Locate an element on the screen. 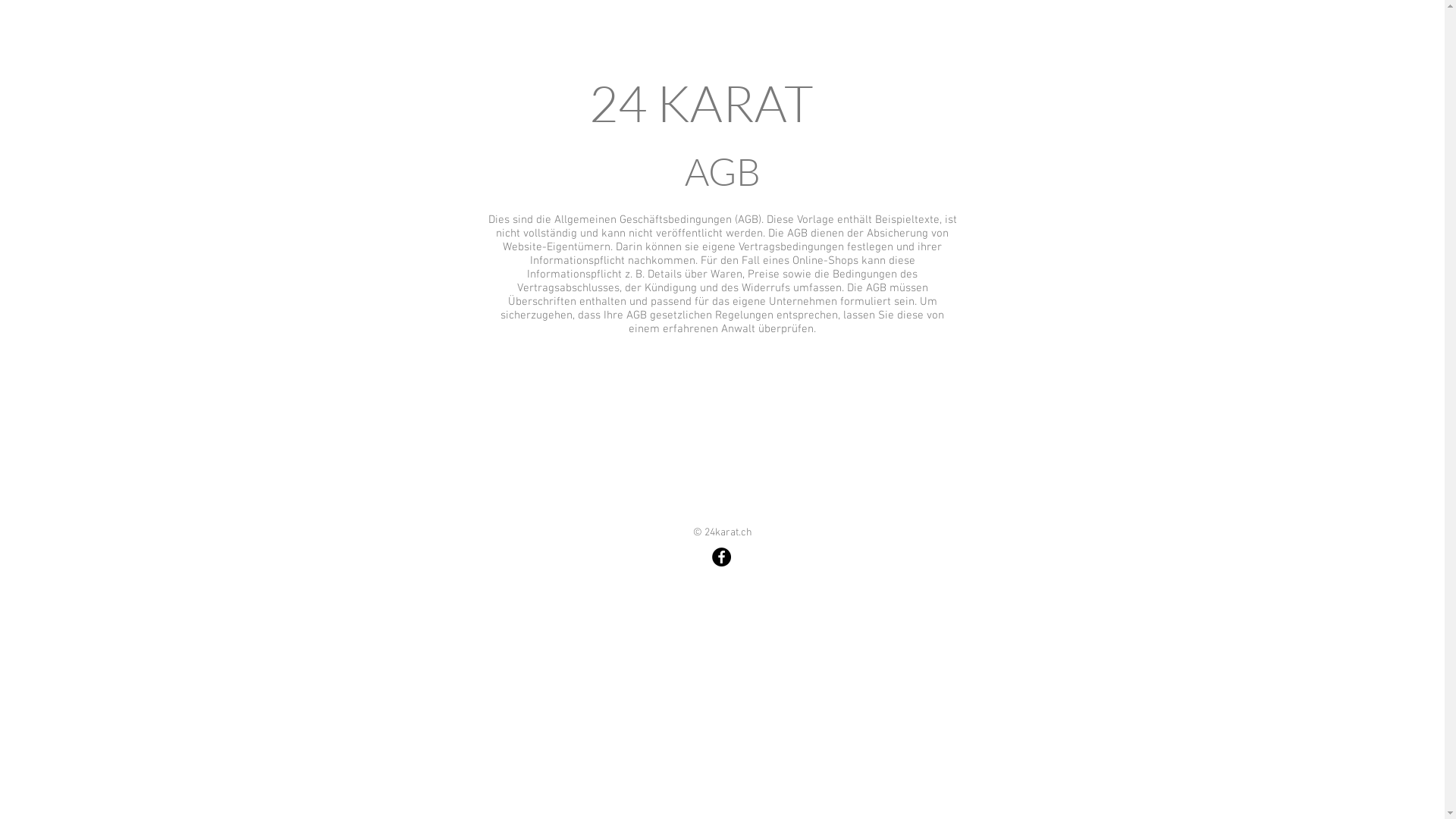 The width and height of the screenshot is (1456, 819). '24 KARAT' is located at coordinates (701, 102).